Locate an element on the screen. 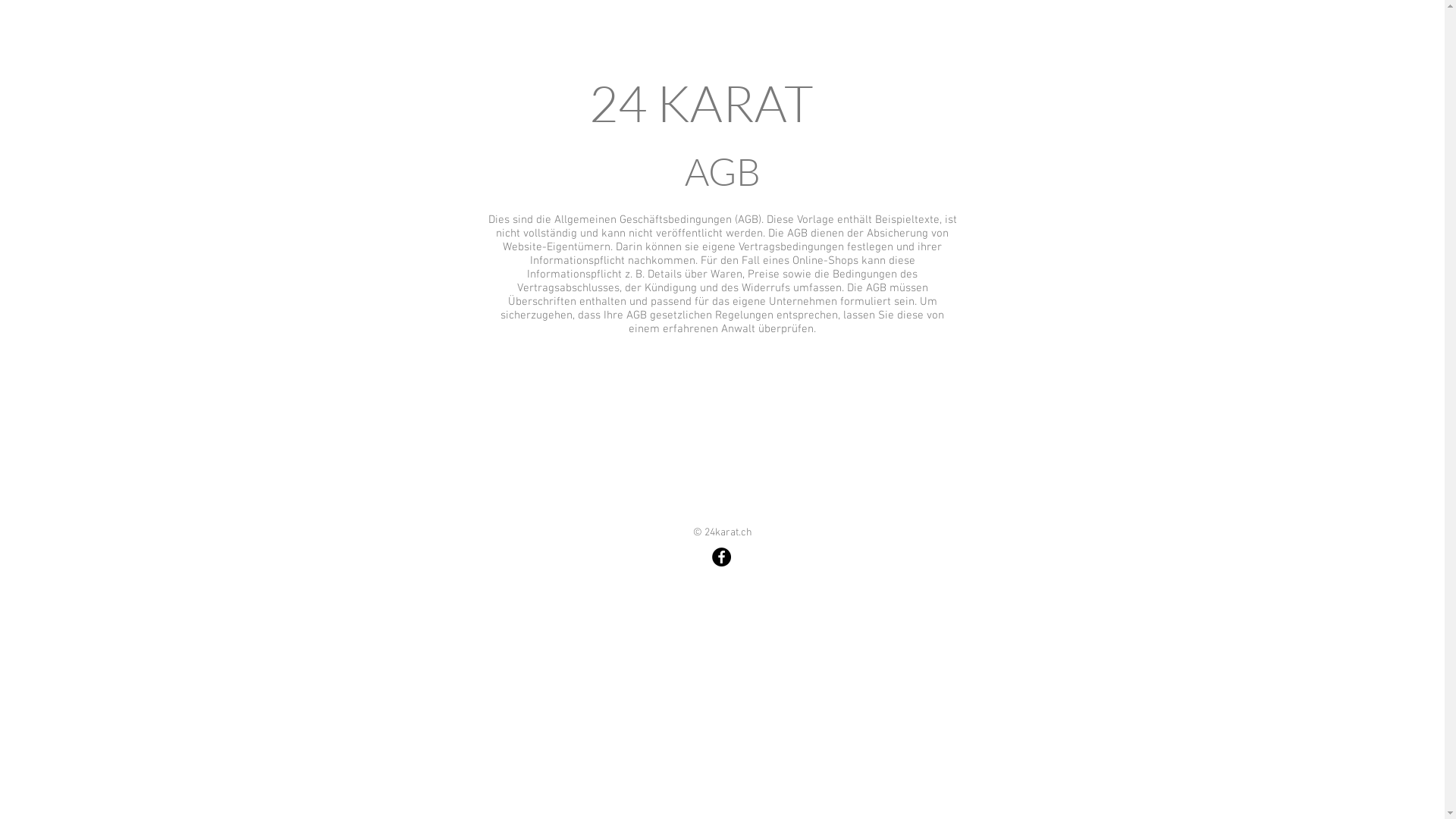 The width and height of the screenshot is (1456, 819). '24 KARAT' is located at coordinates (701, 102).